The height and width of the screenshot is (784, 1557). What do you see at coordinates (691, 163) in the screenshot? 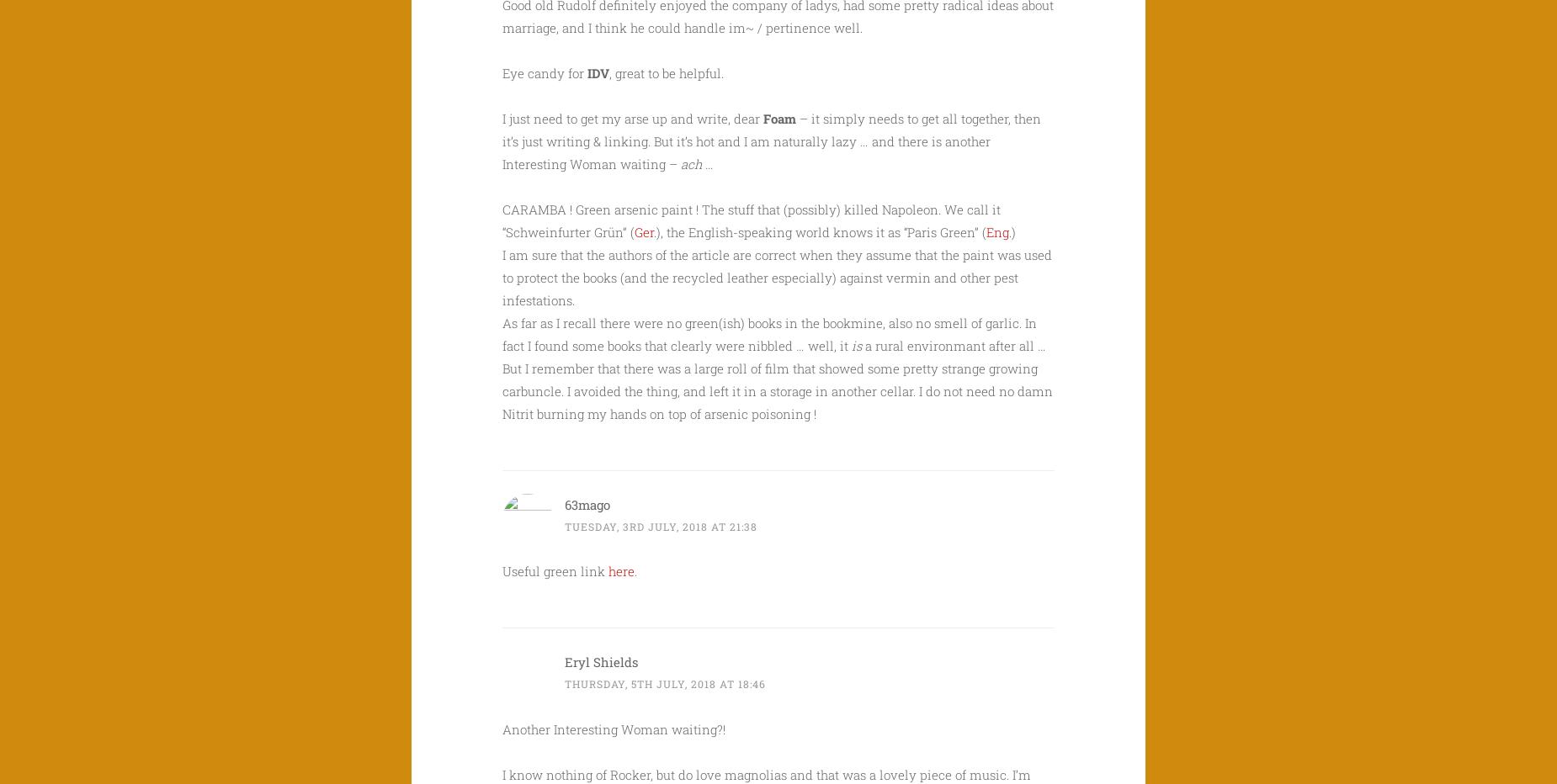
I see `'ach'` at bounding box center [691, 163].